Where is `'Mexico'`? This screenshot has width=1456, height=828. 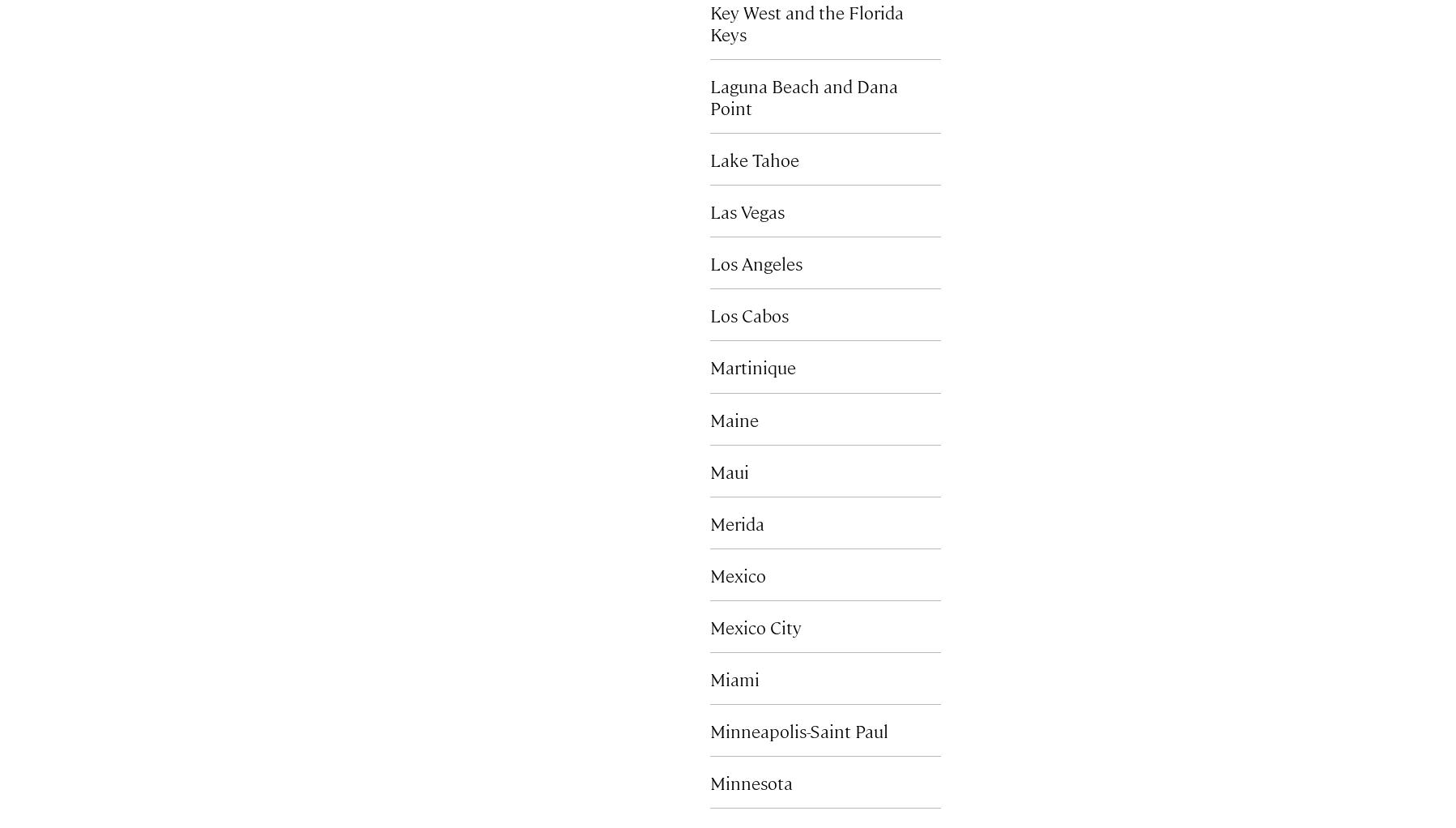
'Mexico' is located at coordinates (710, 574).